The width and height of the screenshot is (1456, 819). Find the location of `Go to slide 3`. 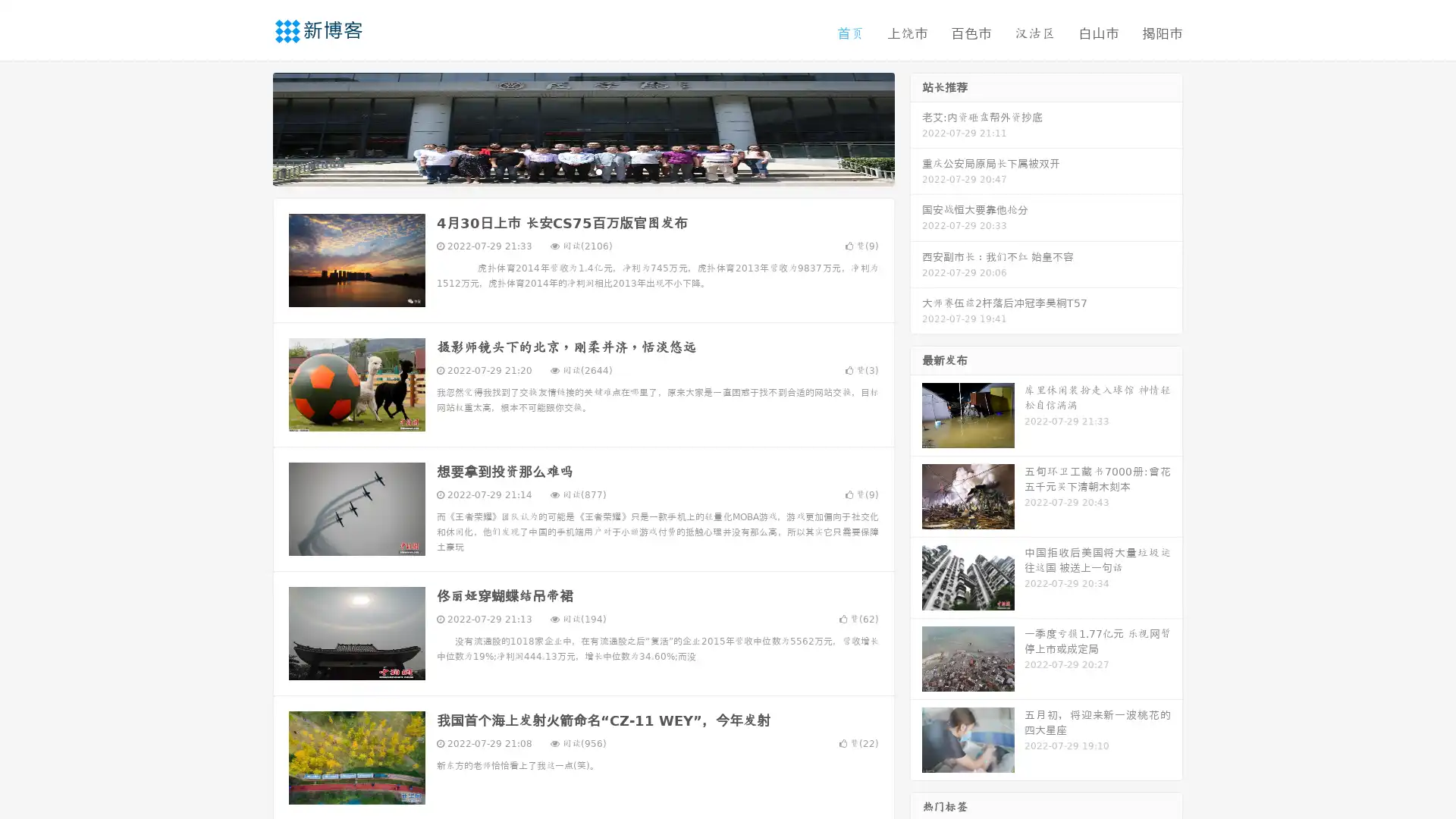

Go to slide 3 is located at coordinates (598, 171).